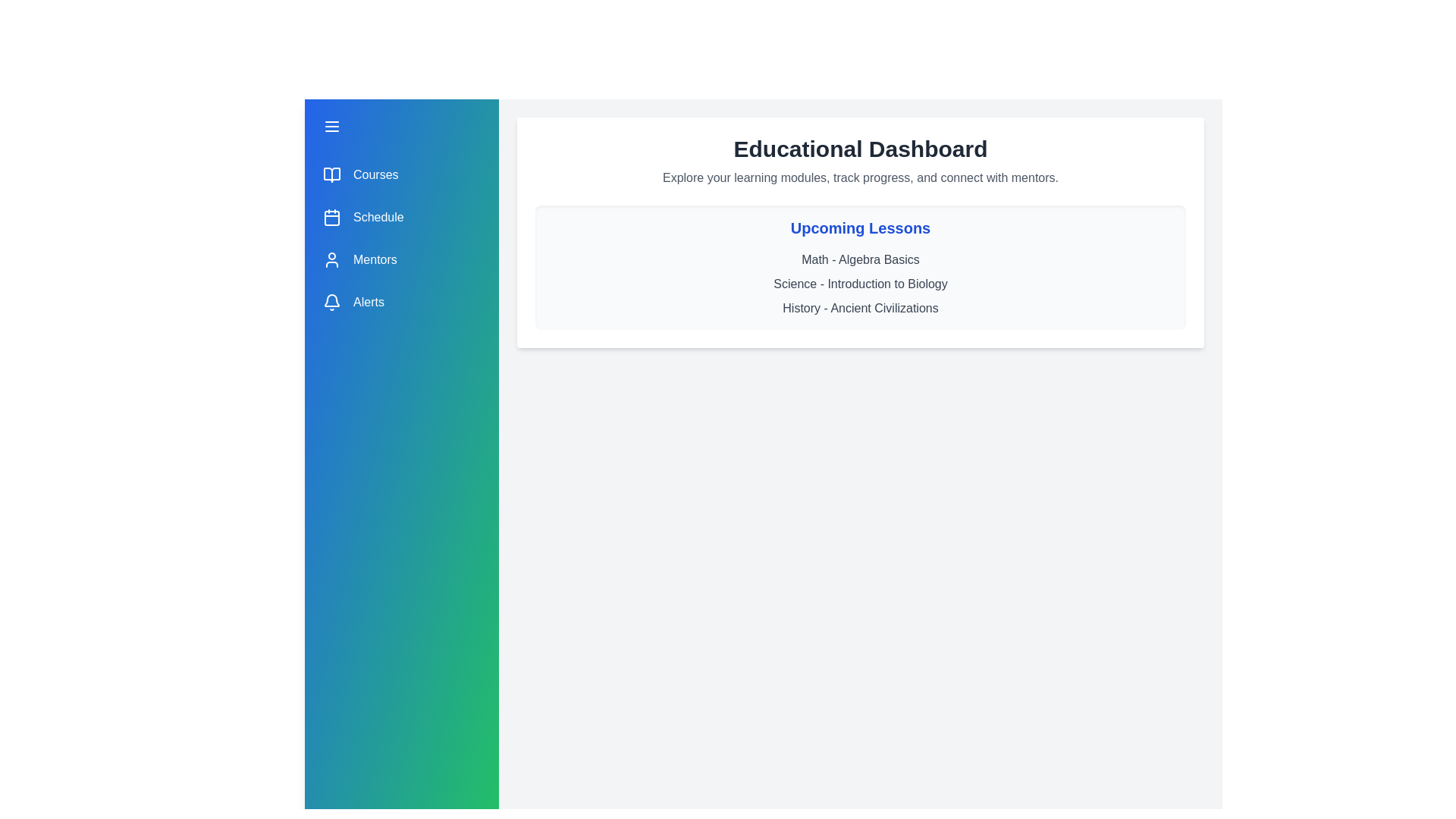 This screenshot has height=819, width=1456. What do you see at coordinates (401, 259) in the screenshot?
I see `the menu item corresponding to Mentors` at bounding box center [401, 259].